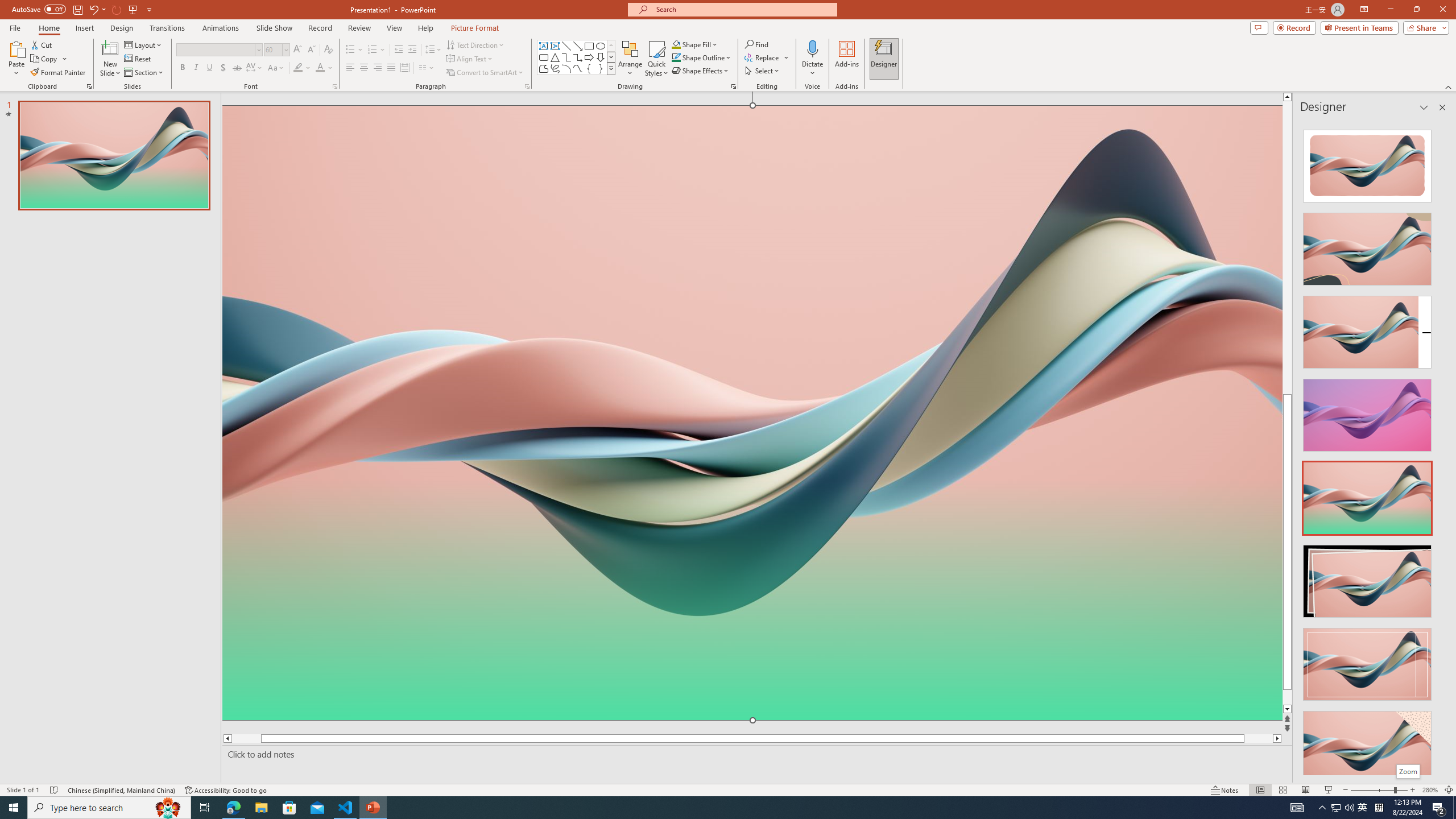 This screenshot has width=1456, height=819. Describe the element at coordinates (1366, 162) in the screenshot. I see `'Recommended Design: Design Idea'` at that location.